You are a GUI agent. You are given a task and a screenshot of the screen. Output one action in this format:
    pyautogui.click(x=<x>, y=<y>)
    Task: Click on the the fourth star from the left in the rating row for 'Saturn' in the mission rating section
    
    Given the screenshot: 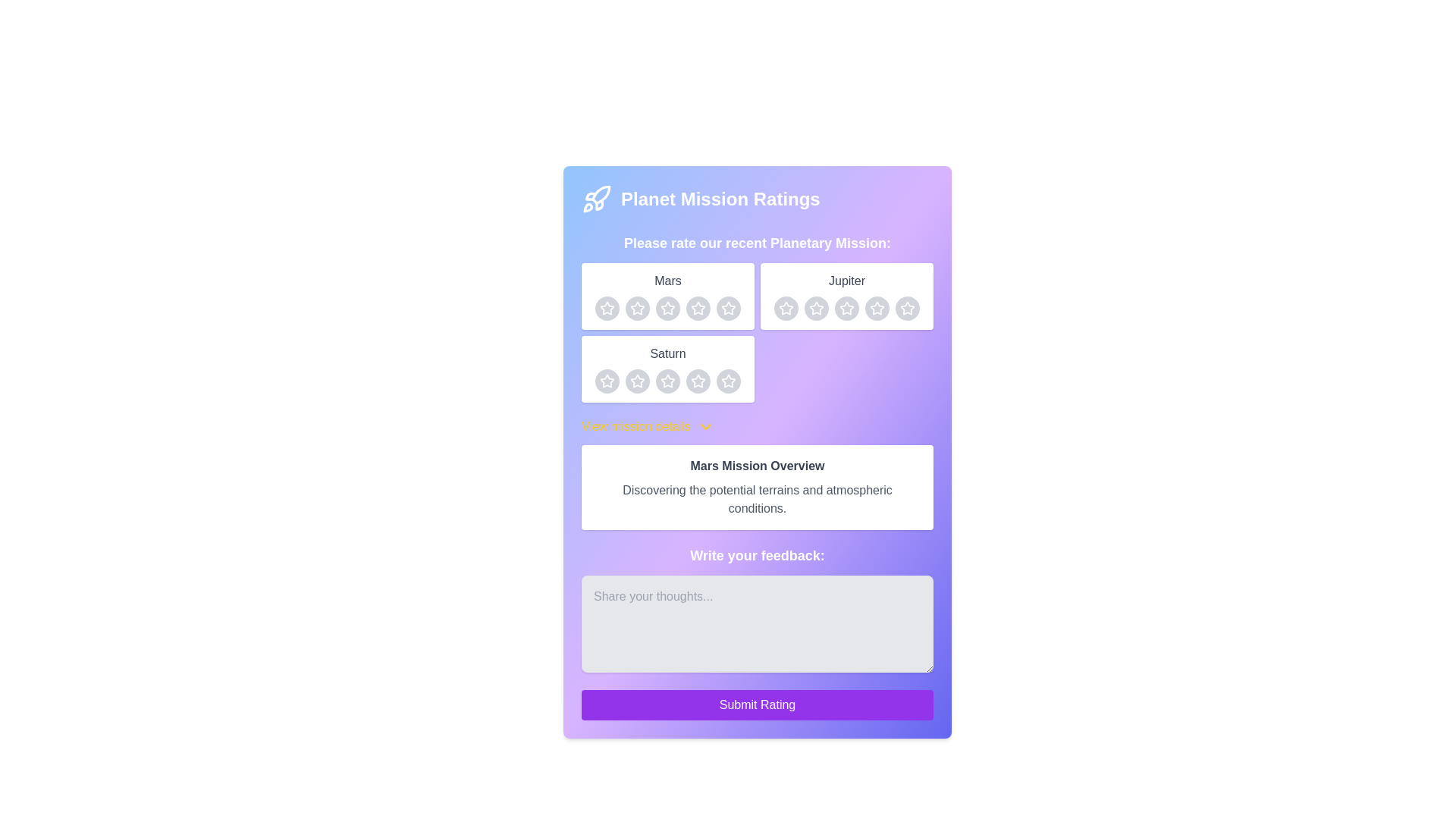 What is the action you would take?
    pyautogui.click(x=667, y=380)
    